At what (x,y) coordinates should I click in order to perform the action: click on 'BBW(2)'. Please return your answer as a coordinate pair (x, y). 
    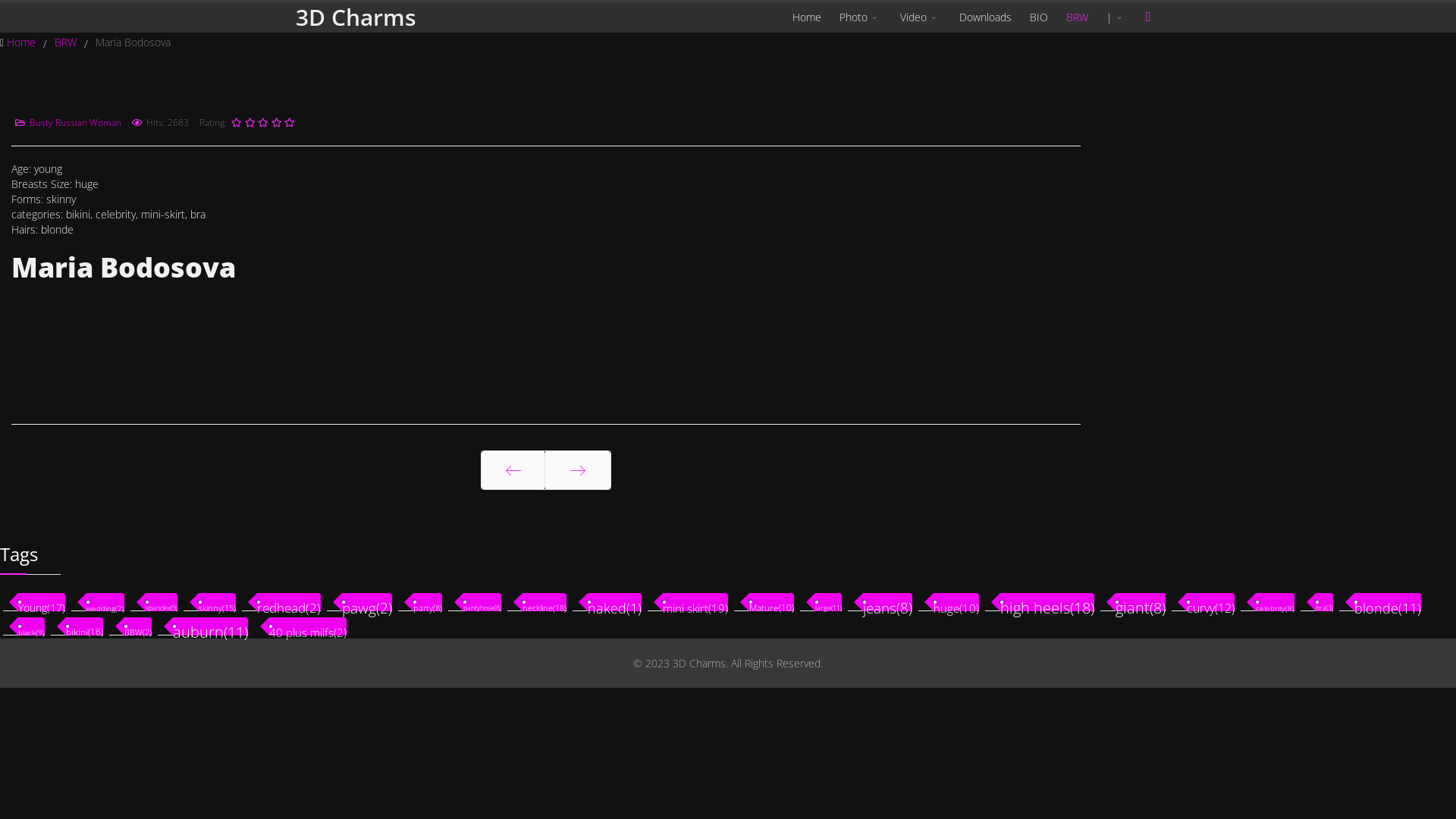
    Looking at the image, I should click on (138, 626).